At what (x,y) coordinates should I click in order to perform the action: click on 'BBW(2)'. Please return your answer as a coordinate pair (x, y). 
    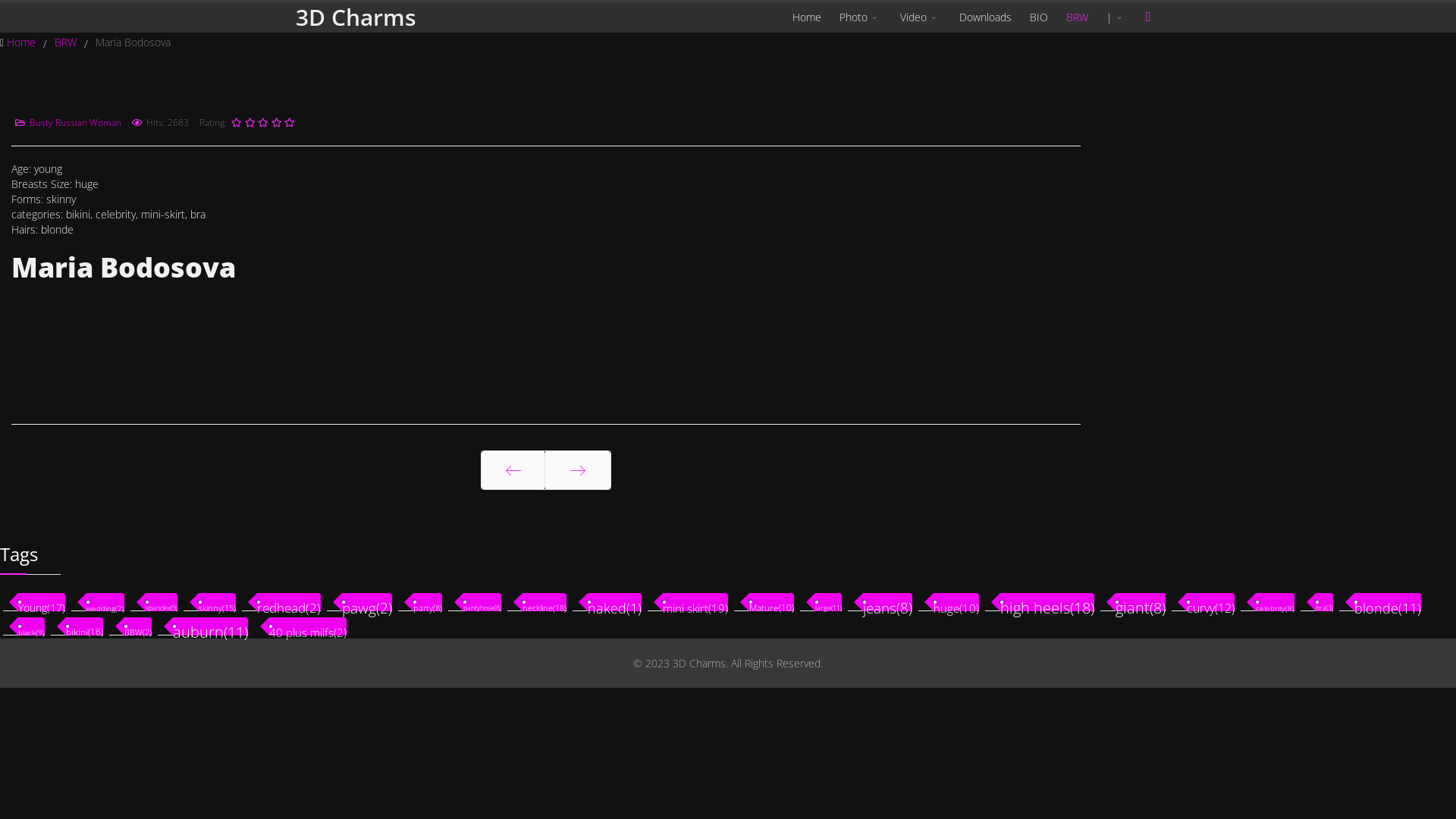
    Looking at the image, I should click on (138, 626).